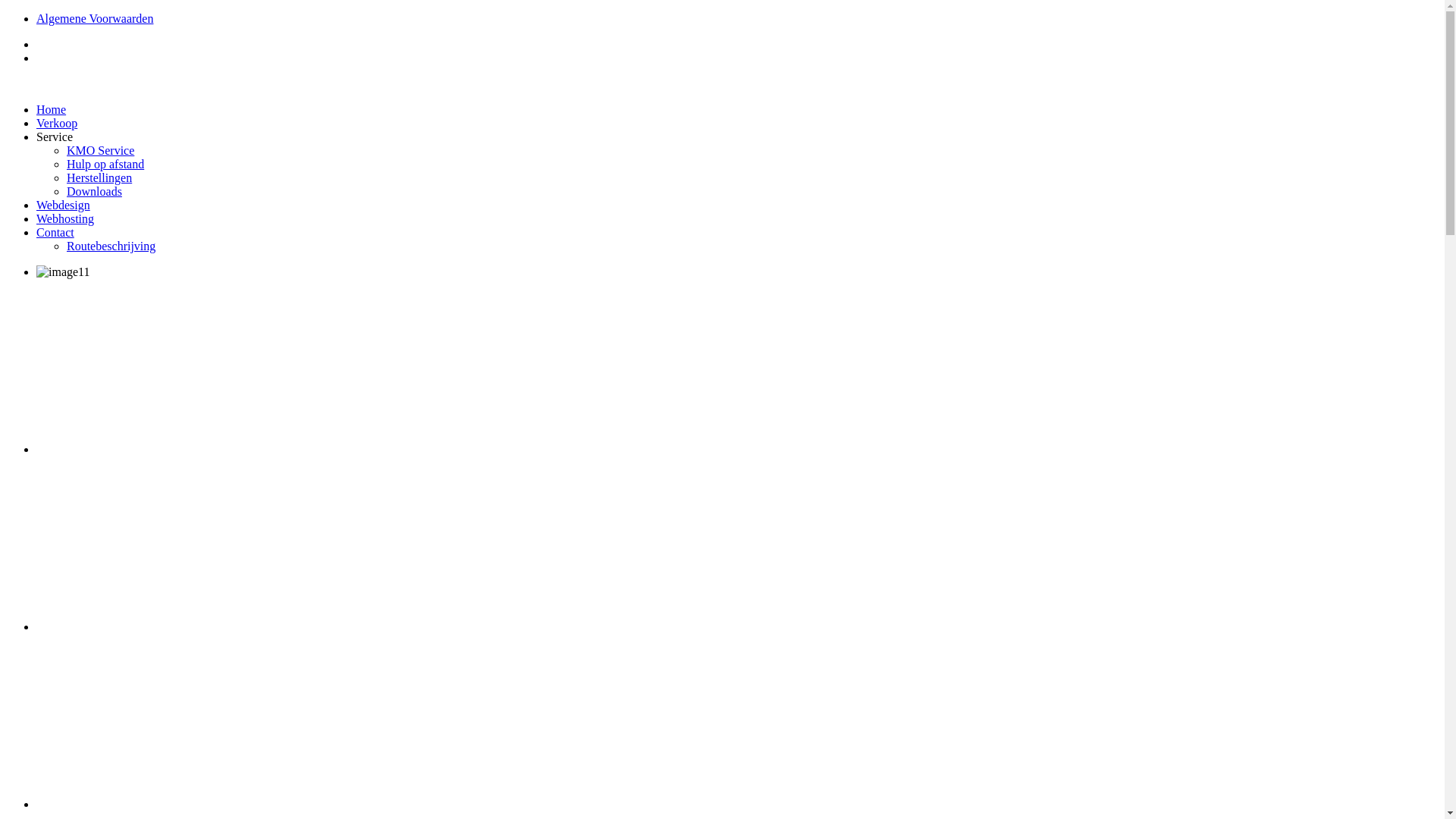 This screenshot has height=819, width=1456. I want to click on 'Verkoop', so click(57, 122).